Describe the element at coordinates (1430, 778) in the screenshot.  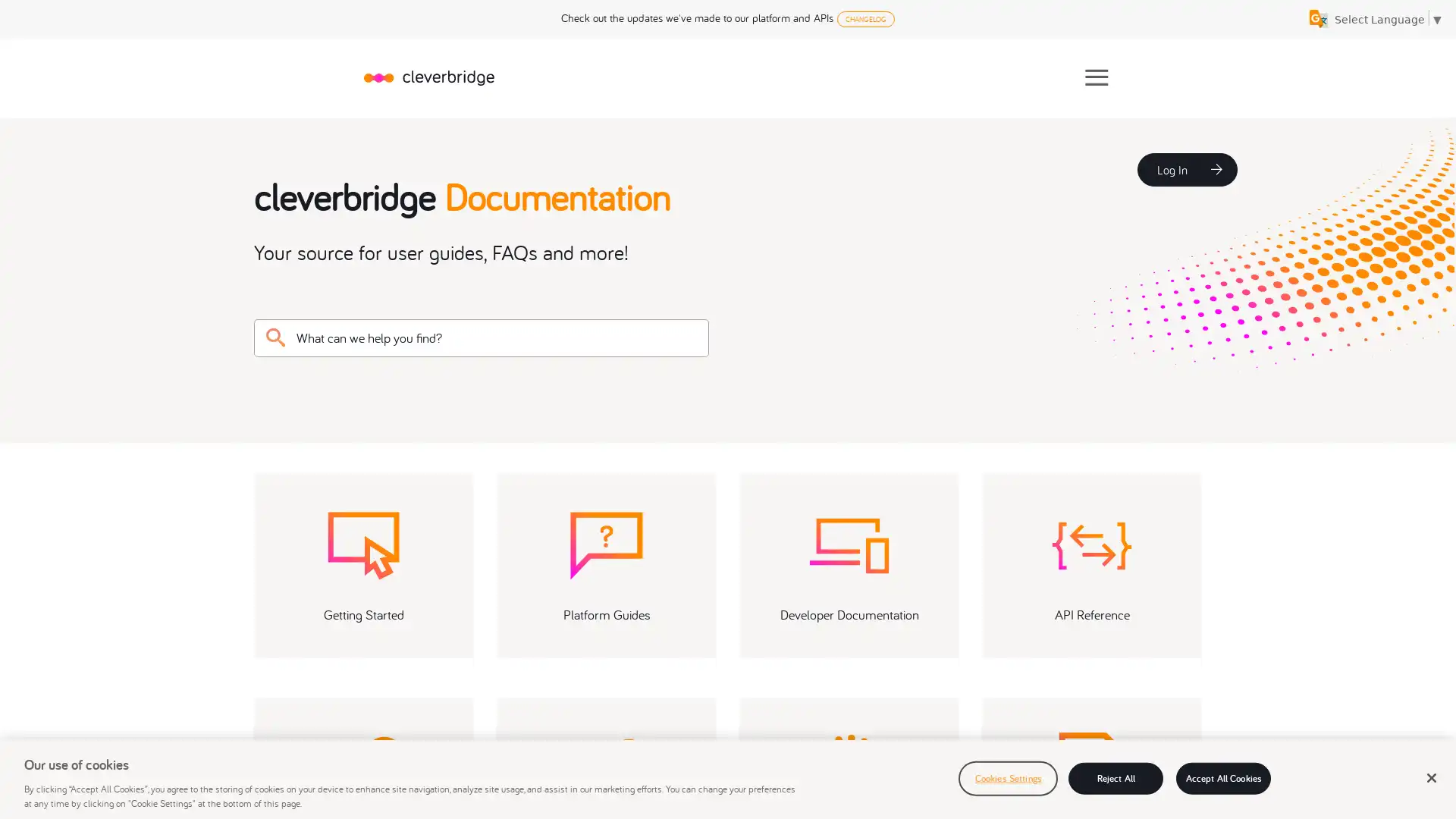
I see `Close` at that location.